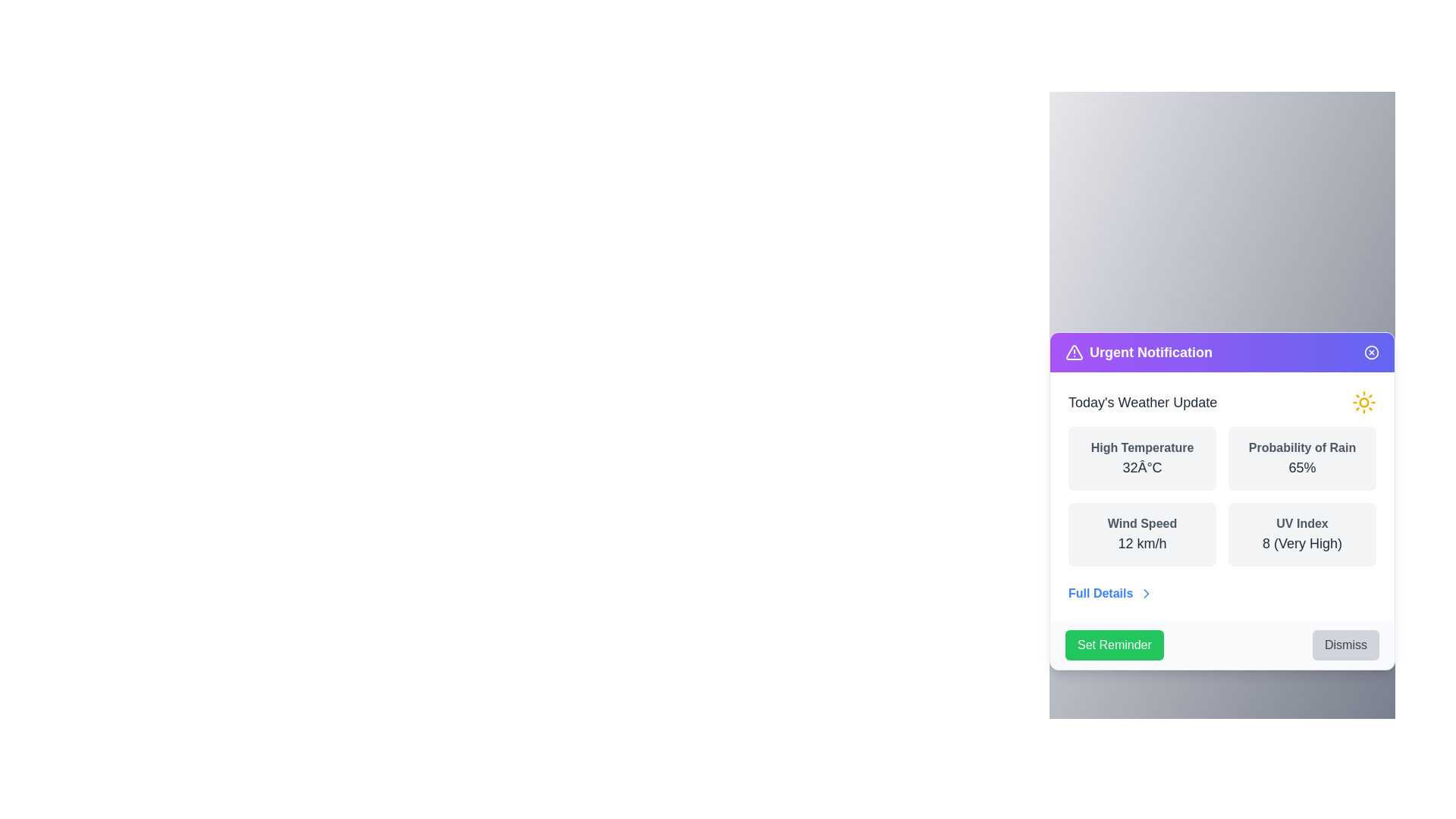  Describe the element at coordinates (1139, 353) in the screenshot. I see `the urgent notification header displayed at the top of the purple header bar, which is centrally positioned and flanked by an icon on the left and a close button on the right` at that location.